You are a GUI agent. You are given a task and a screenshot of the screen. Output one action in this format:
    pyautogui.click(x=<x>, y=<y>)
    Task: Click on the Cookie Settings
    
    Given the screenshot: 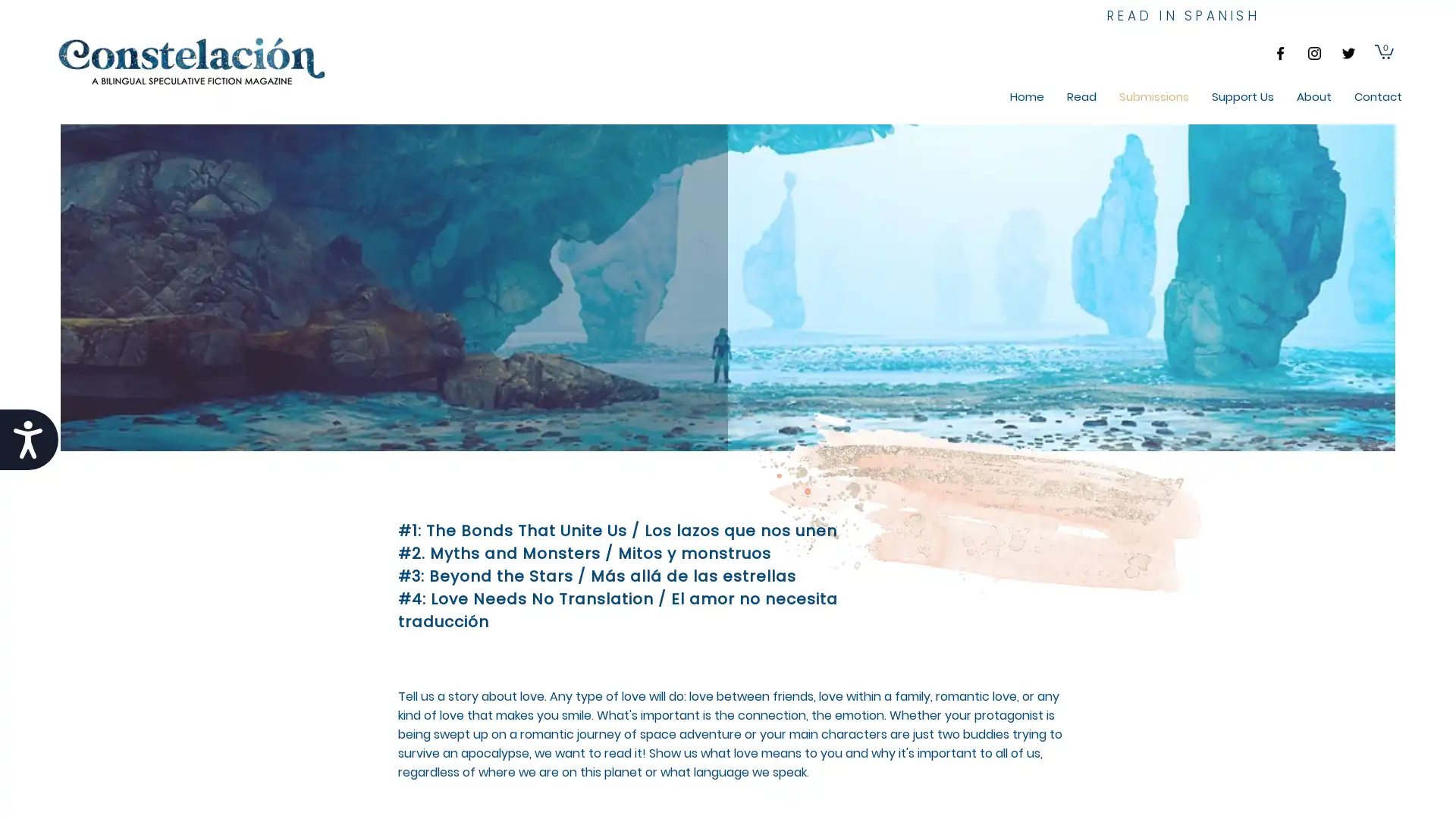 What is the action you would take?
    pyautogui.click(x=1291, y=792)
    